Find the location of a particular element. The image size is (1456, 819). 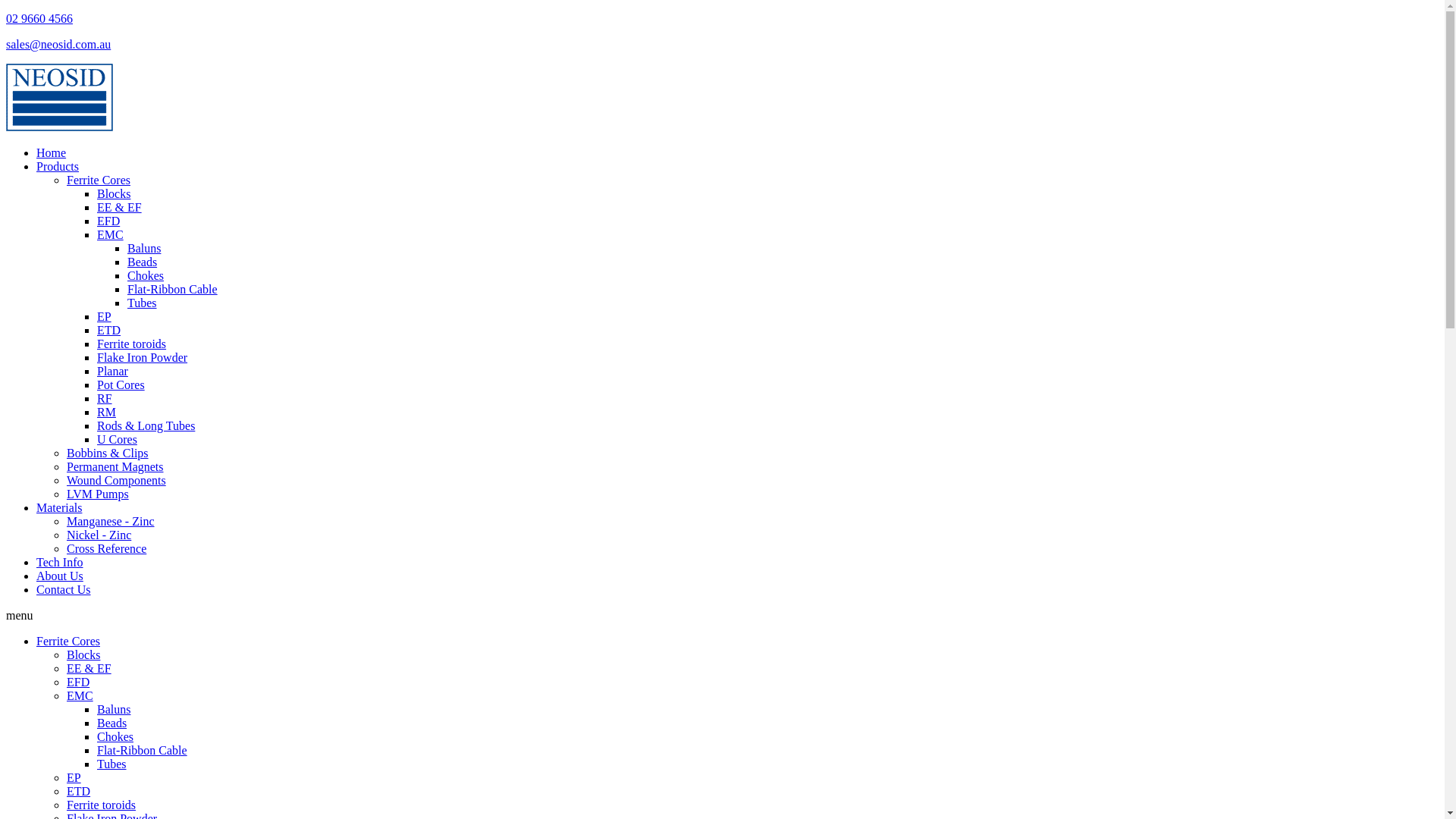

'Cross Reference' is located at coordinates (105, 548).